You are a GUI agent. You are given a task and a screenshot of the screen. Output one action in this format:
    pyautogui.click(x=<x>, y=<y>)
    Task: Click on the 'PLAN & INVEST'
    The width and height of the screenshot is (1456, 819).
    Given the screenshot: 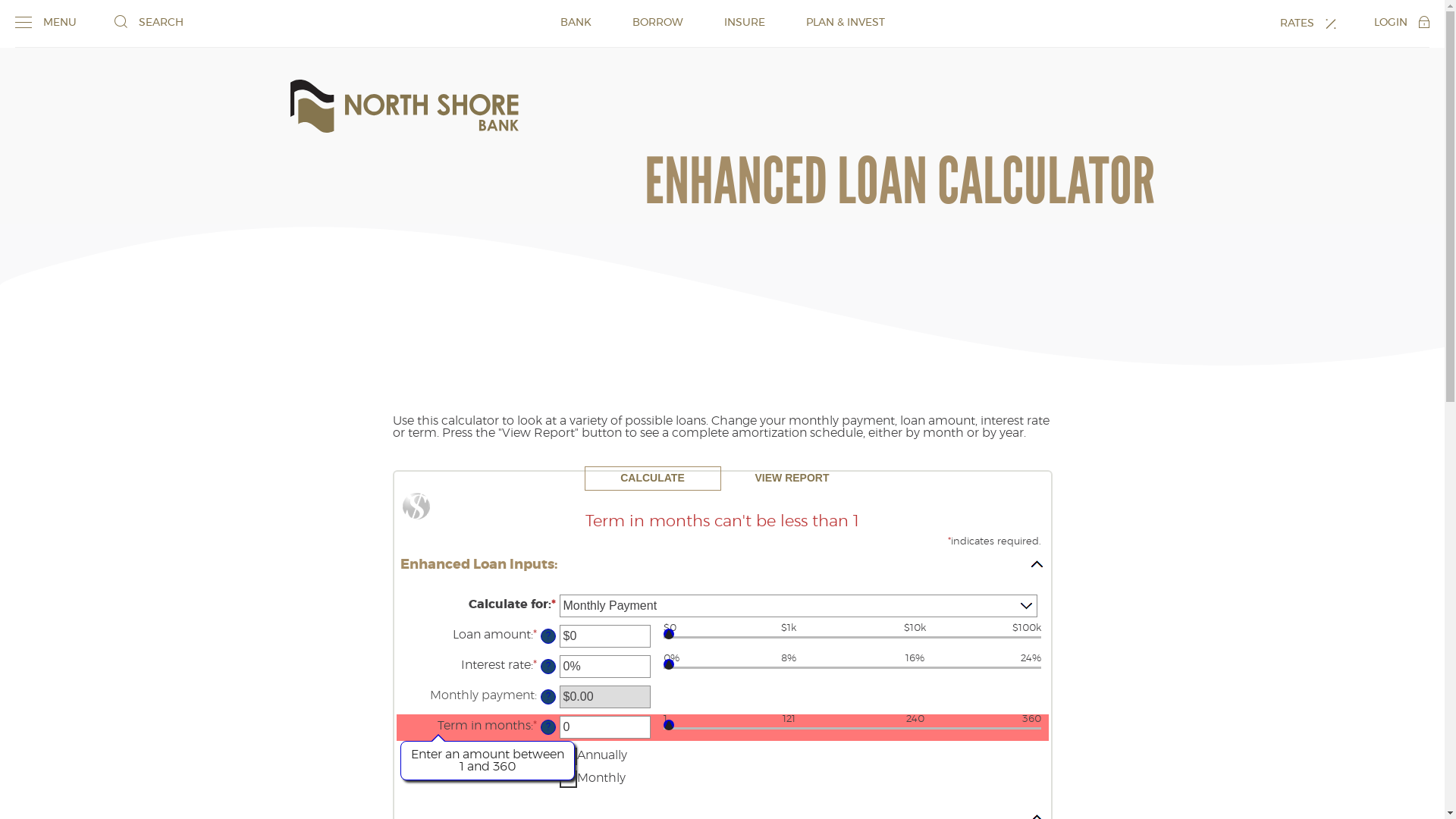 What is the action you would take?
    pyautogui.click(x=804, y=23)
    